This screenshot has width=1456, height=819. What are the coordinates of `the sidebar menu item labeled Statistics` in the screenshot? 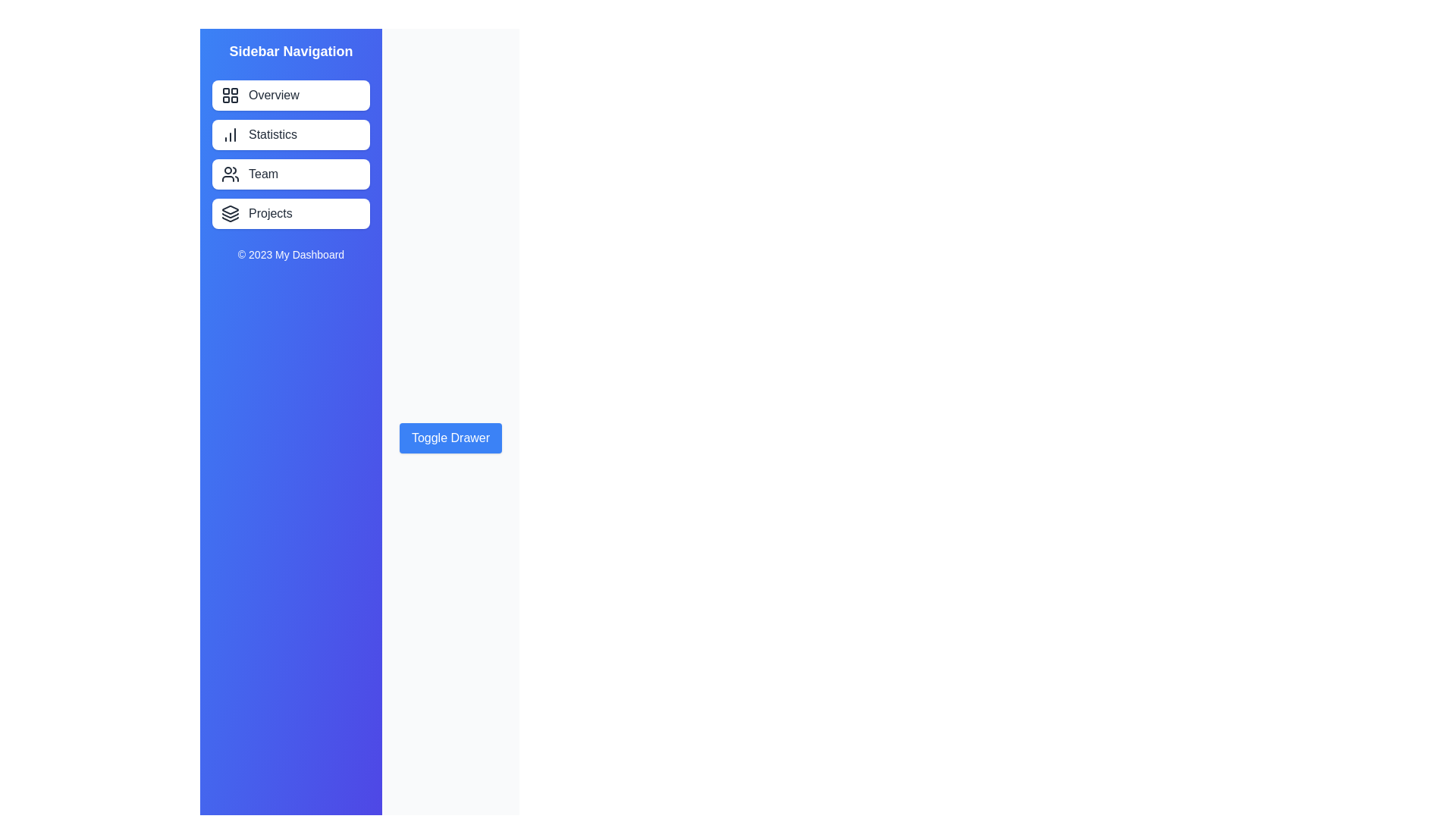 It's located at (291, 133).